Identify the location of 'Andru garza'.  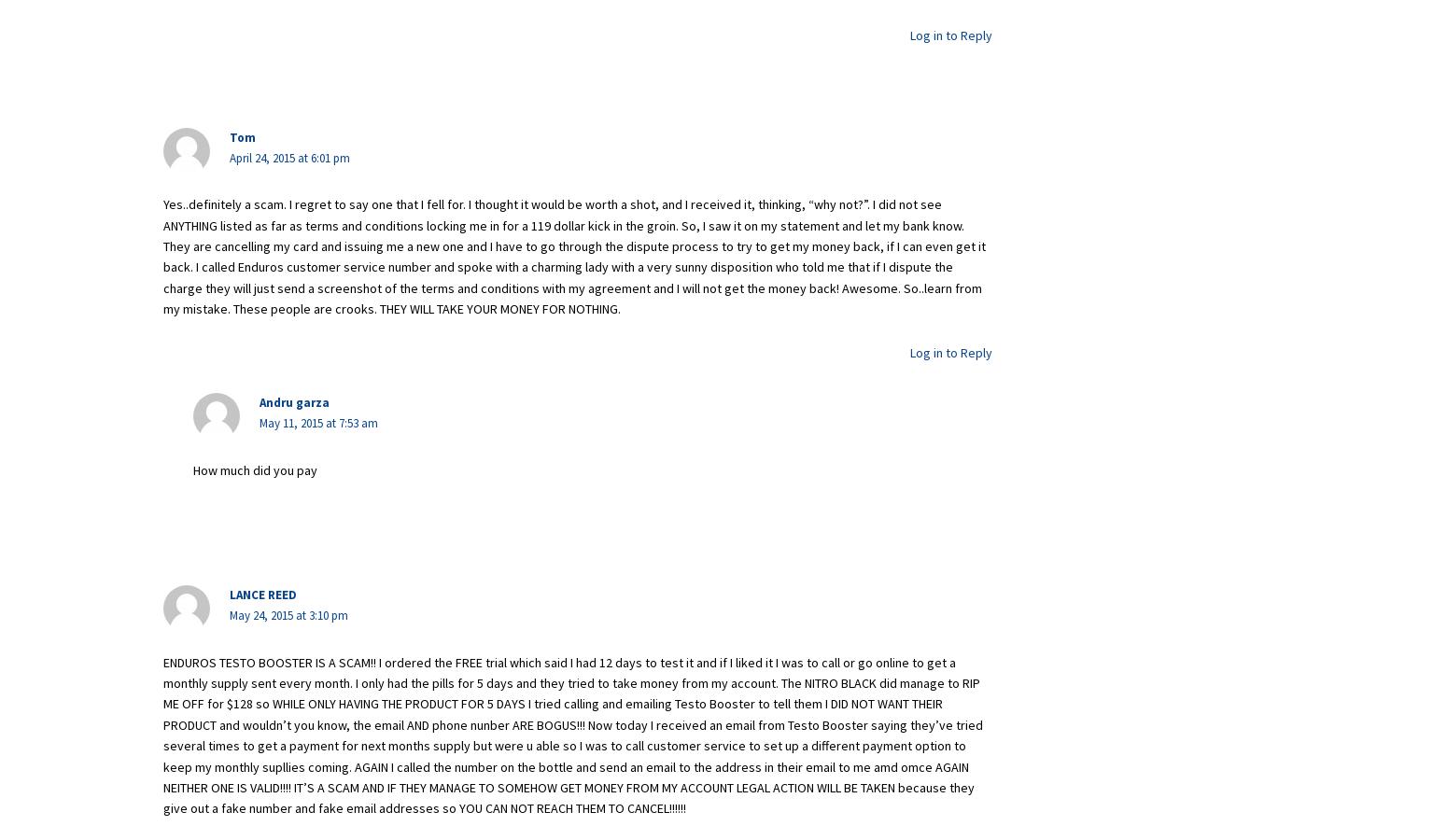
(260, 402).